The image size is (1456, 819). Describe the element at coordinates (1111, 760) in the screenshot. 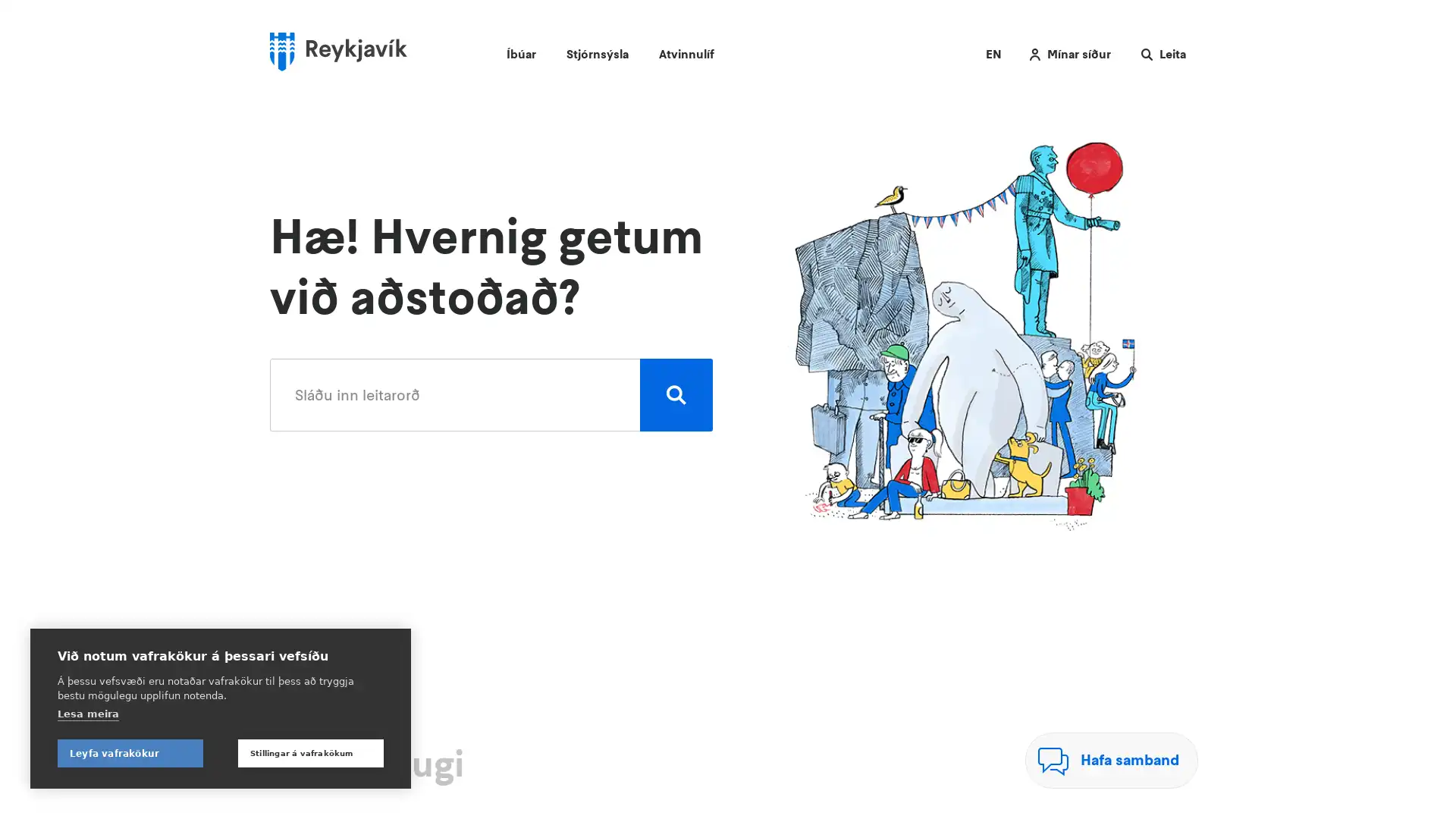

I see `Hafa samband` at that location.